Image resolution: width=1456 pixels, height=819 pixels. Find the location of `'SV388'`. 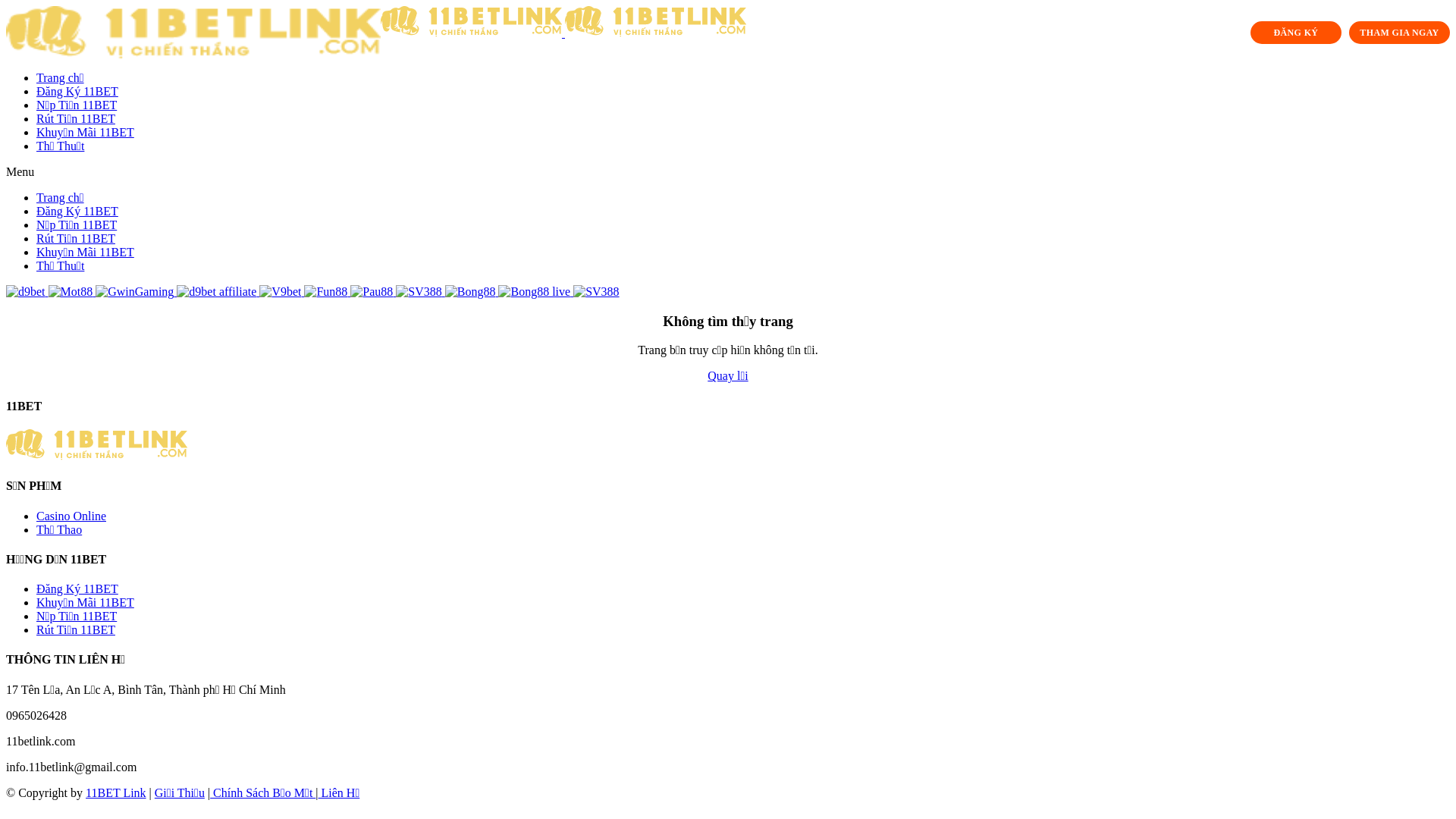

'SV388' is located at coordinates (595, 291).